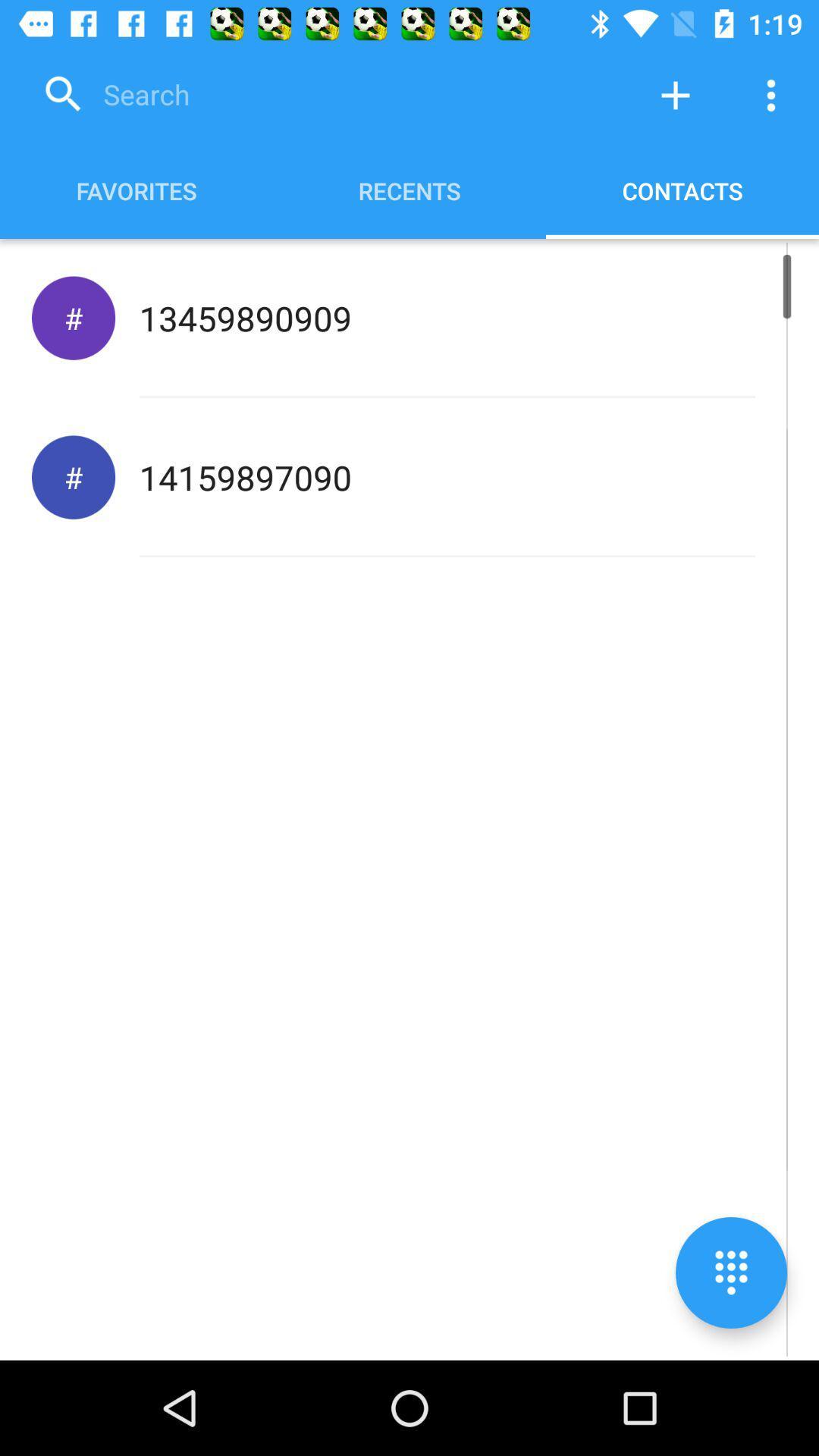 The height and width of the screenshot is (1456, 819). Describe the element at coordinates (675, 94) in the screenshot. I see `phone number` at that location.